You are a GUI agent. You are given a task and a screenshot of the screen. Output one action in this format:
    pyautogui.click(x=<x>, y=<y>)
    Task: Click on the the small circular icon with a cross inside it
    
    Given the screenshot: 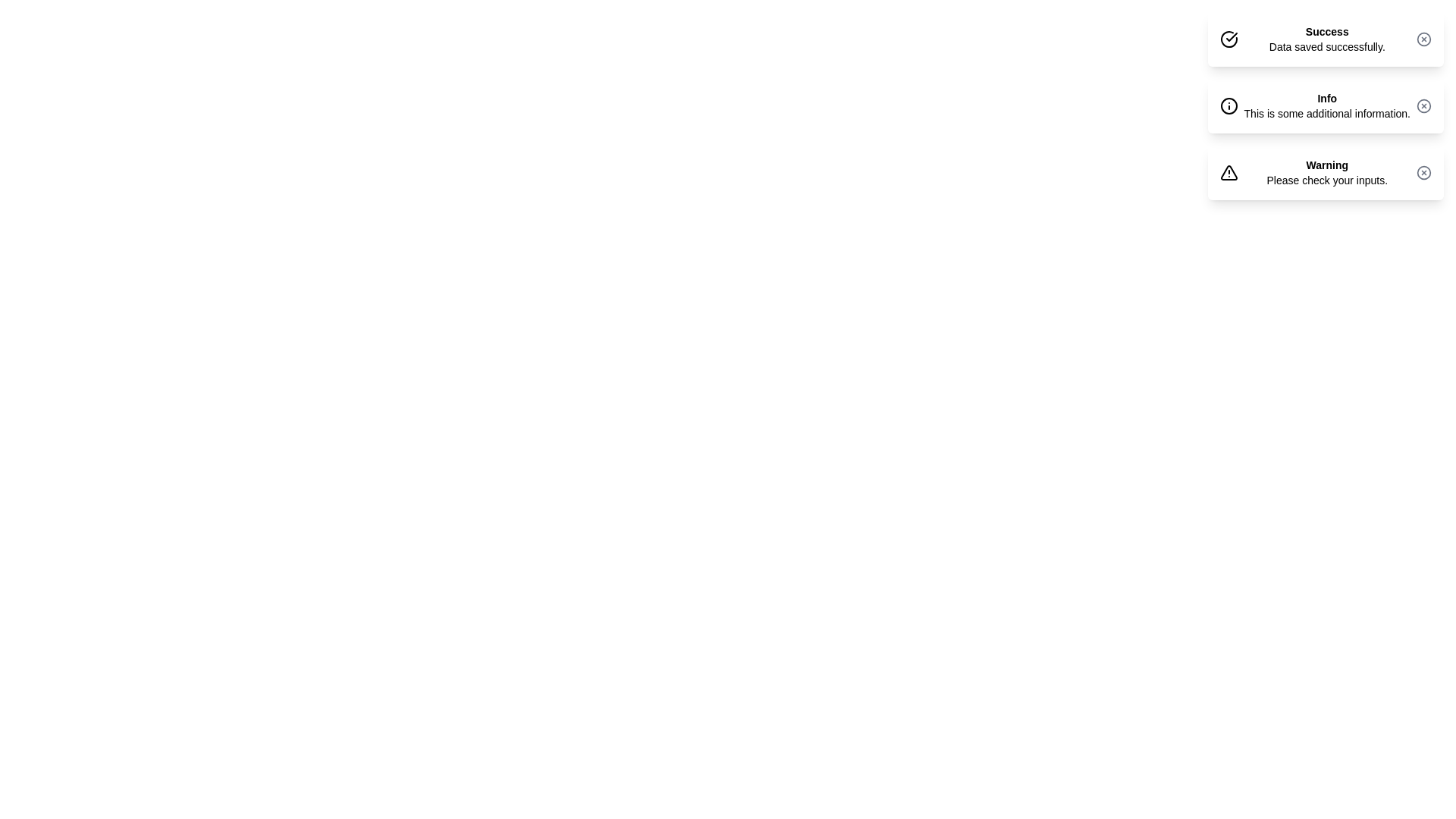 What is the action you would take?
    pyautogui.click(x=1423, y=105)
    